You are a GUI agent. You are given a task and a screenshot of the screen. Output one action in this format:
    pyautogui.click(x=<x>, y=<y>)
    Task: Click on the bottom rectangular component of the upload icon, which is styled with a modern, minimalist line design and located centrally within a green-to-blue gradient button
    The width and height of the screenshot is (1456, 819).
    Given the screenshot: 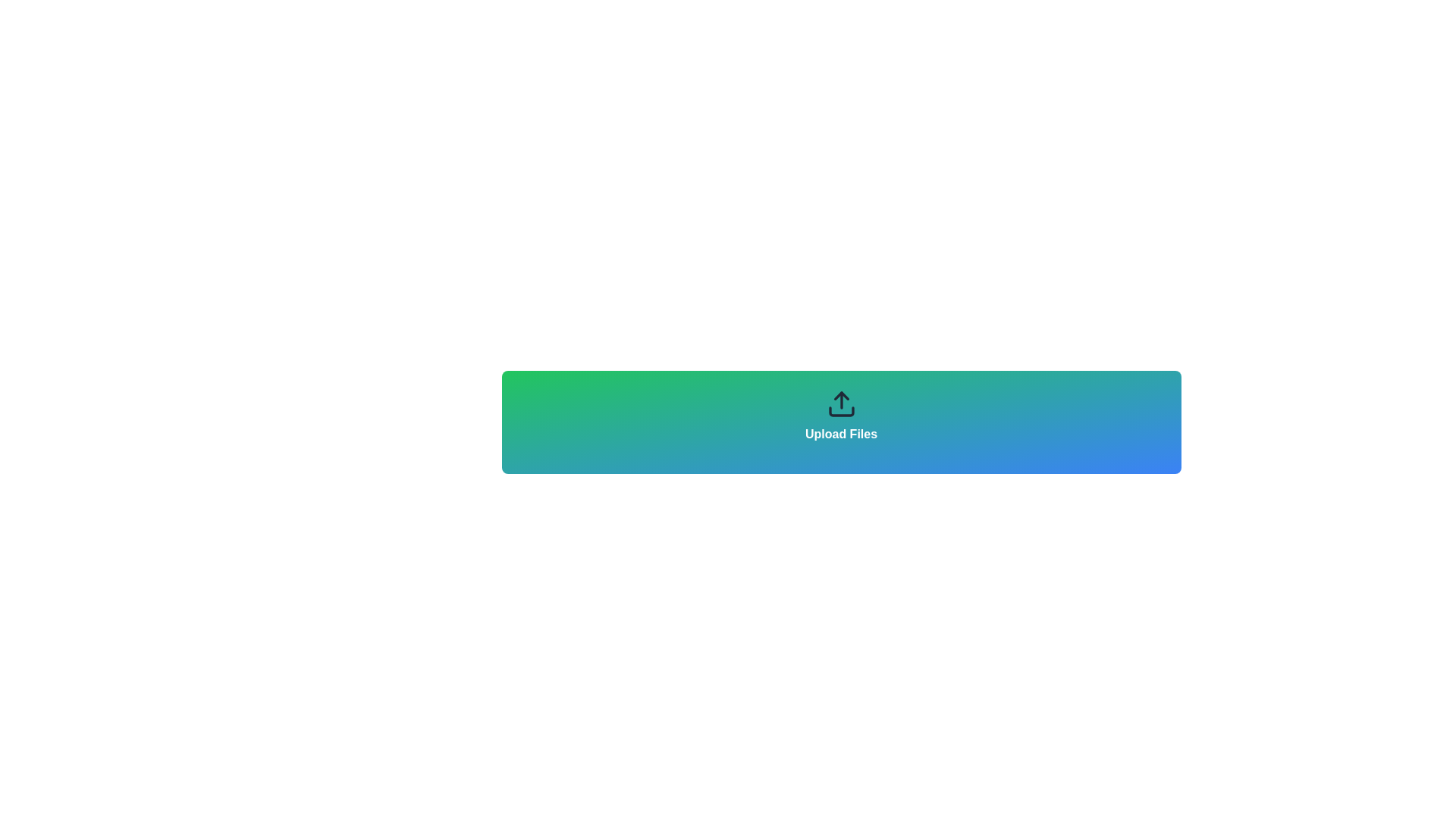 What is the action you would take?
    pyautogui.click(x=840, y=412)
    